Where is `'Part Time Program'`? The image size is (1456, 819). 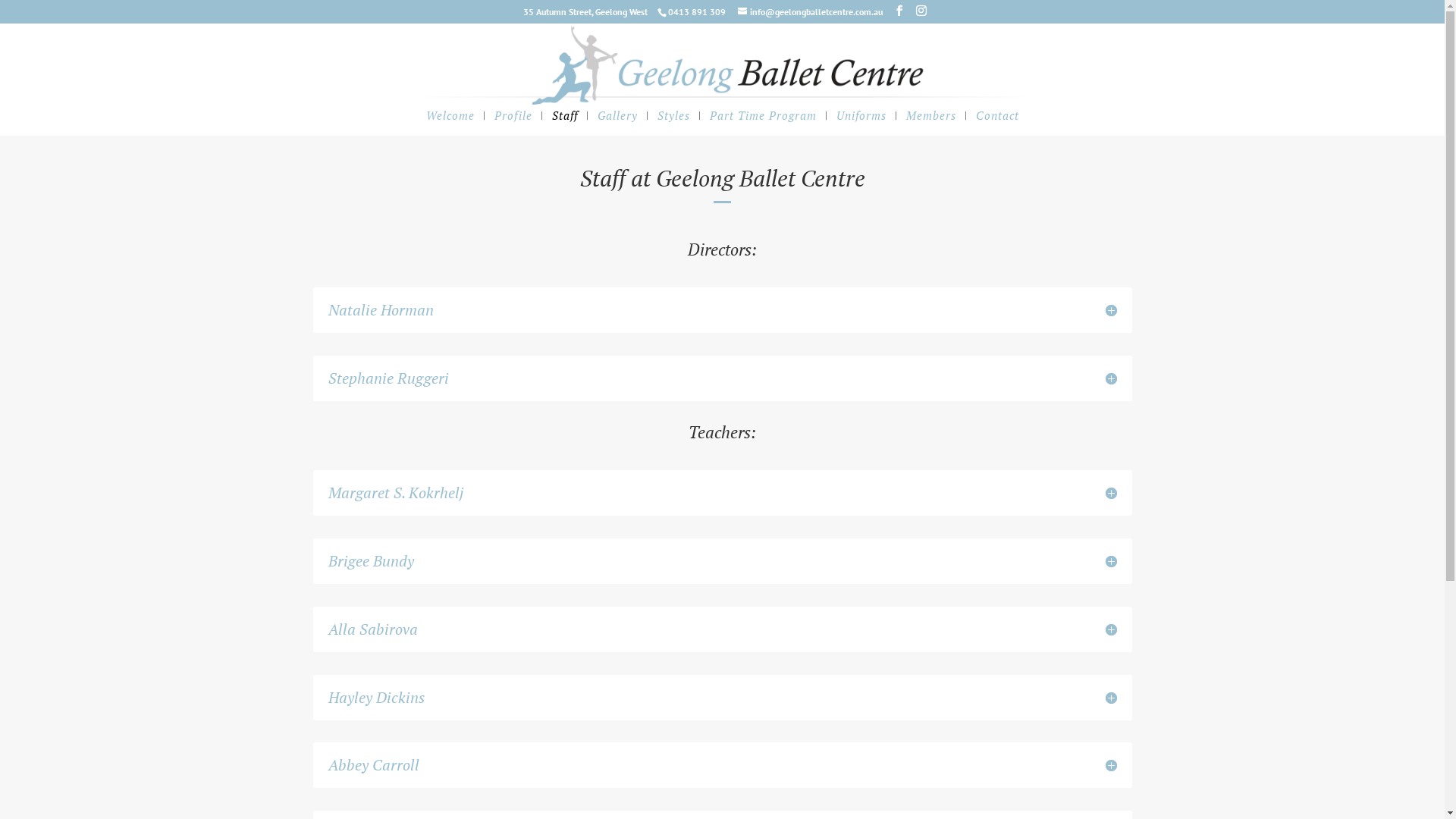
'Part Time Program' is located at coordinates (763, 122).